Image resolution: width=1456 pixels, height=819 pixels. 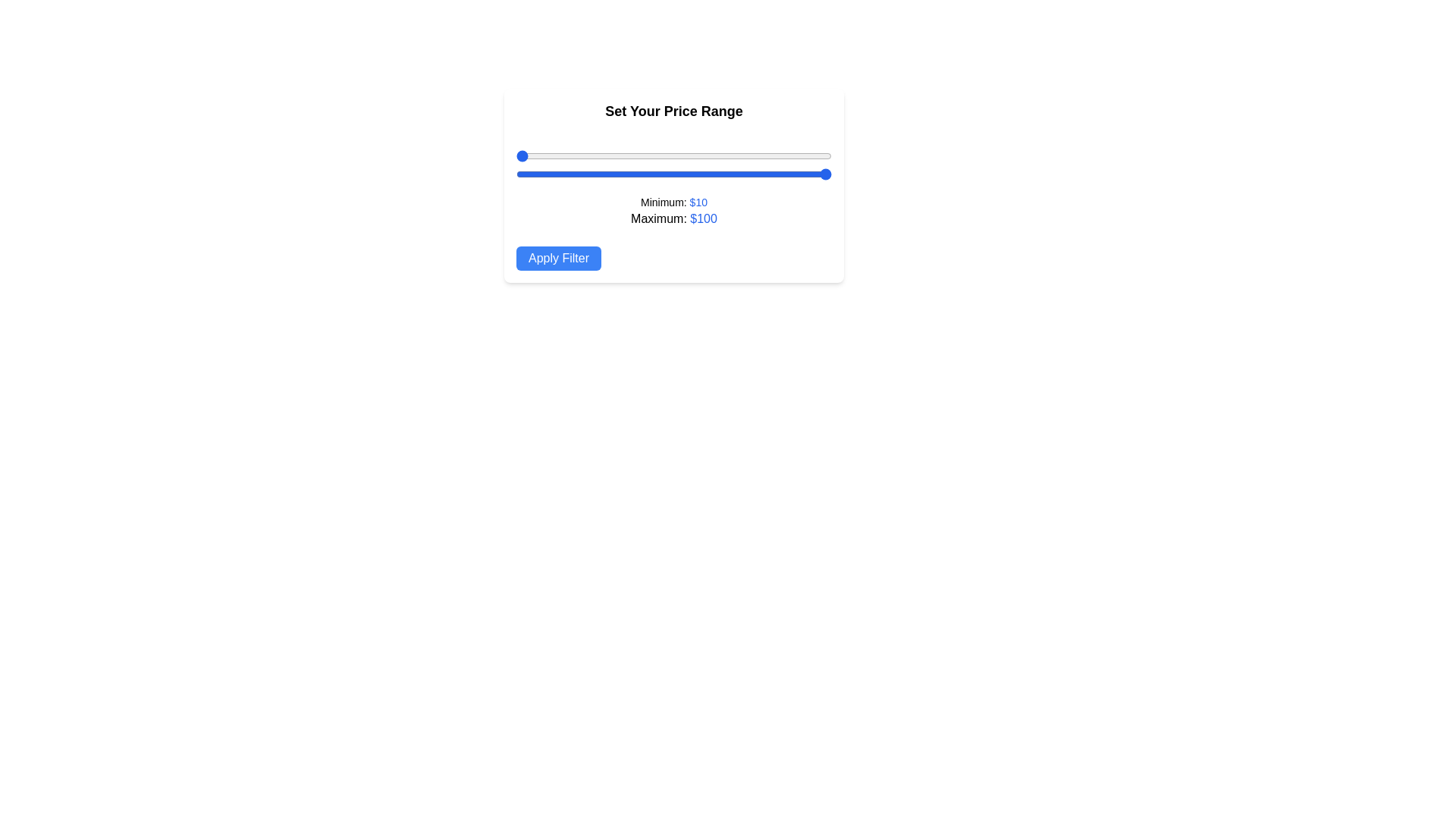 I want to click on the text label displaying the value '$100' in blue font, which is part of the price range section aligned with 'Maximum:', so click(x=703, y=218).